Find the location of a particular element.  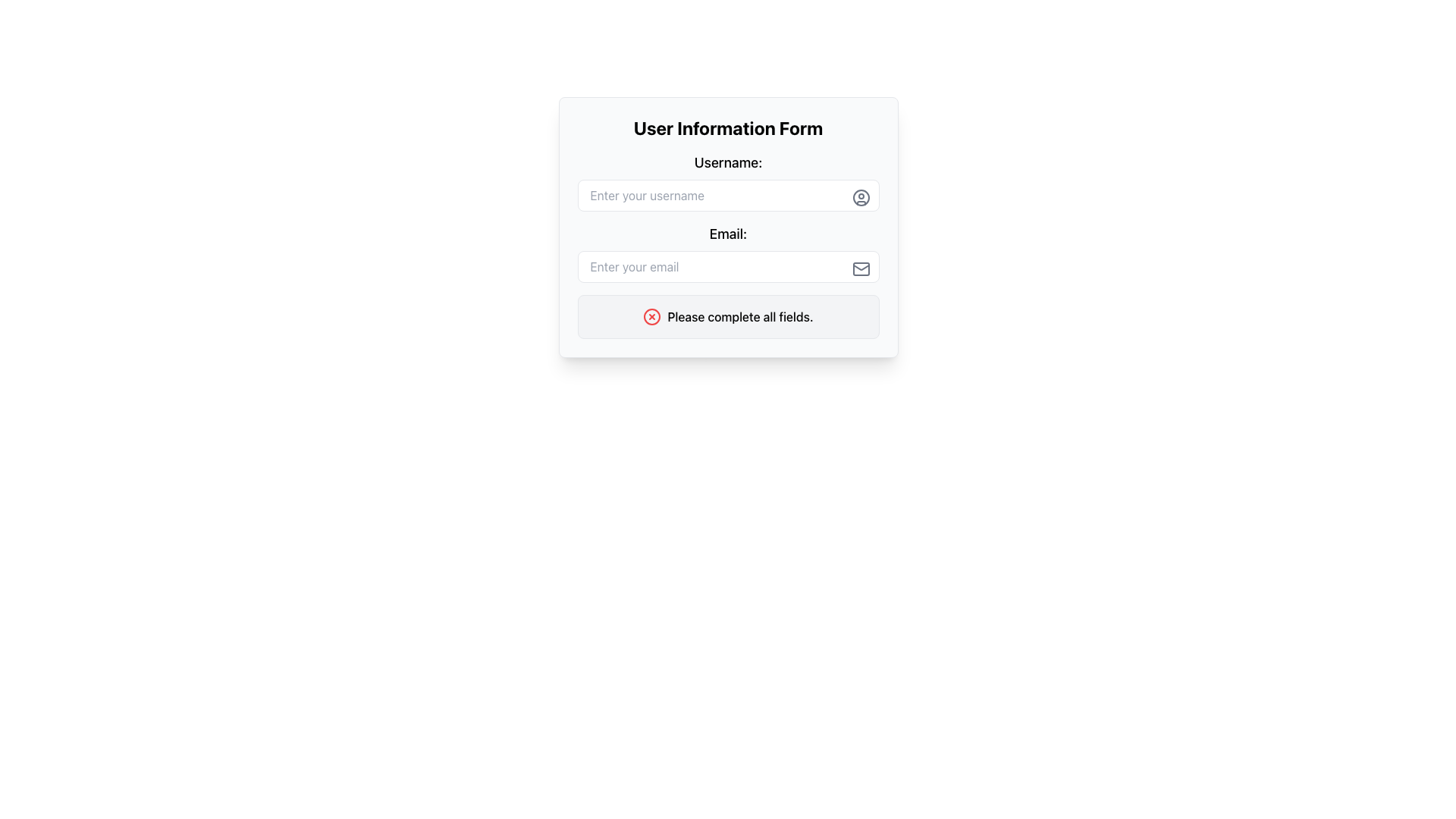

the error icon located to the left of the red error message text 'Please complete all fields' in the 'User Information Form.' is located at coordinates (652, 315).